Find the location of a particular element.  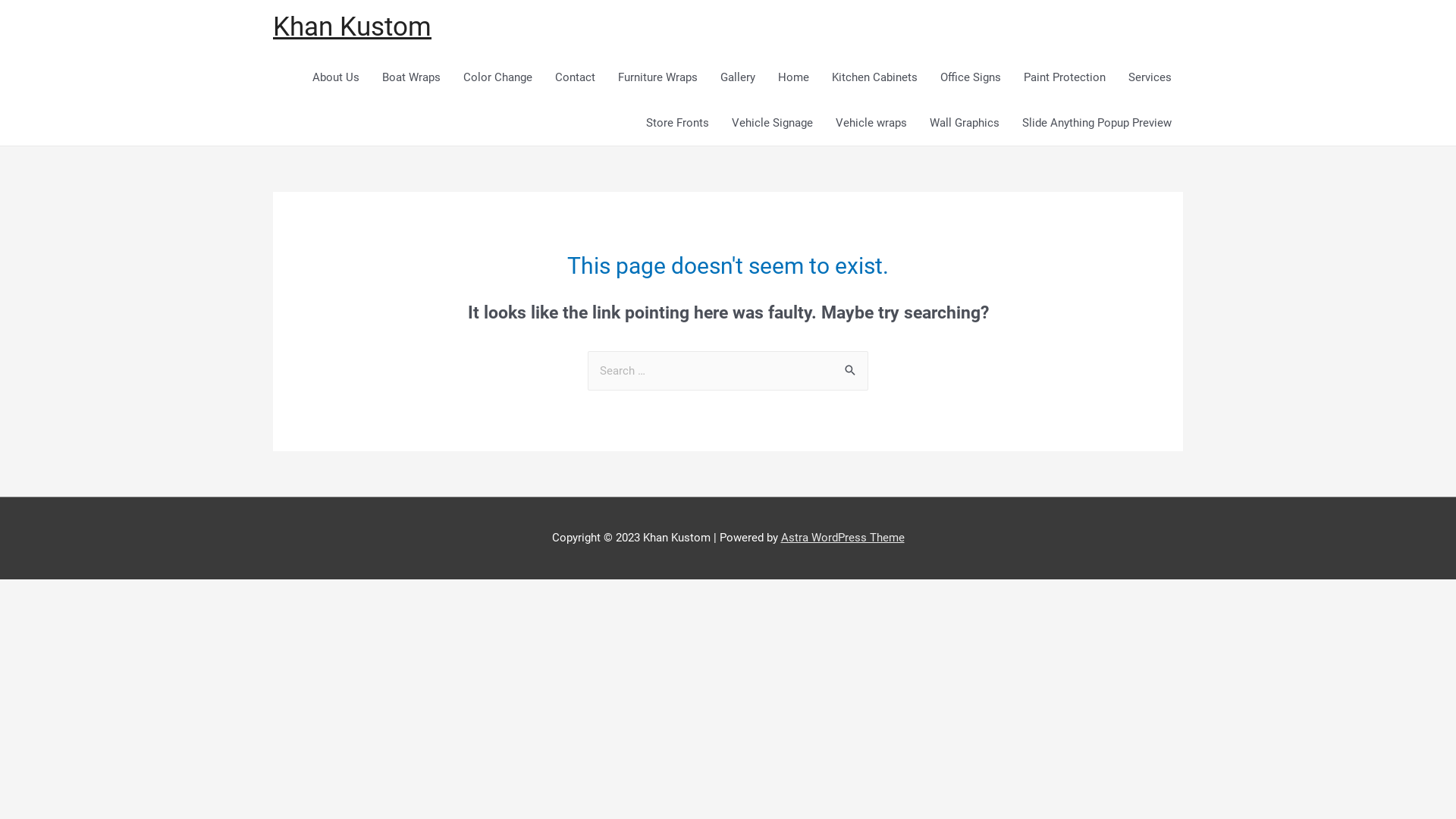

'Wall Graphics' is located at coordinates (964, 122).